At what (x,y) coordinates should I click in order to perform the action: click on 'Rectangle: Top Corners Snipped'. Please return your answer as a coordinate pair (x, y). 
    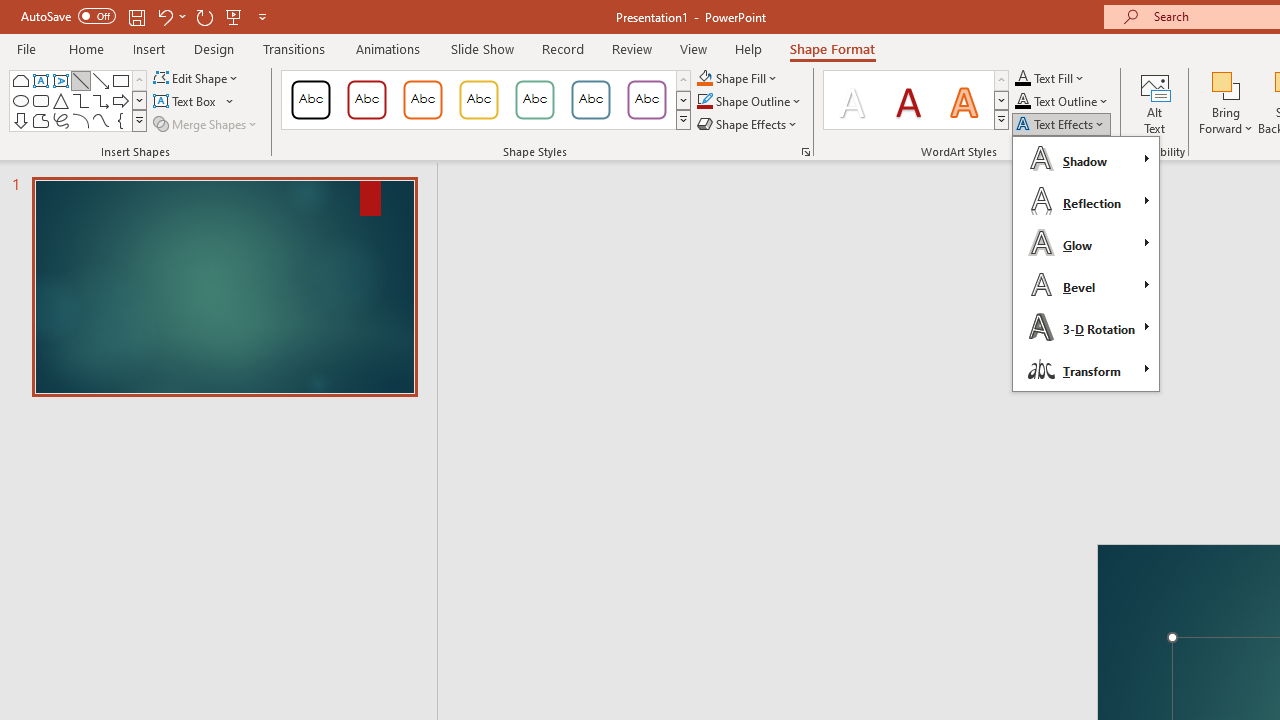
    Looking at the image, I should click on (21, 80).